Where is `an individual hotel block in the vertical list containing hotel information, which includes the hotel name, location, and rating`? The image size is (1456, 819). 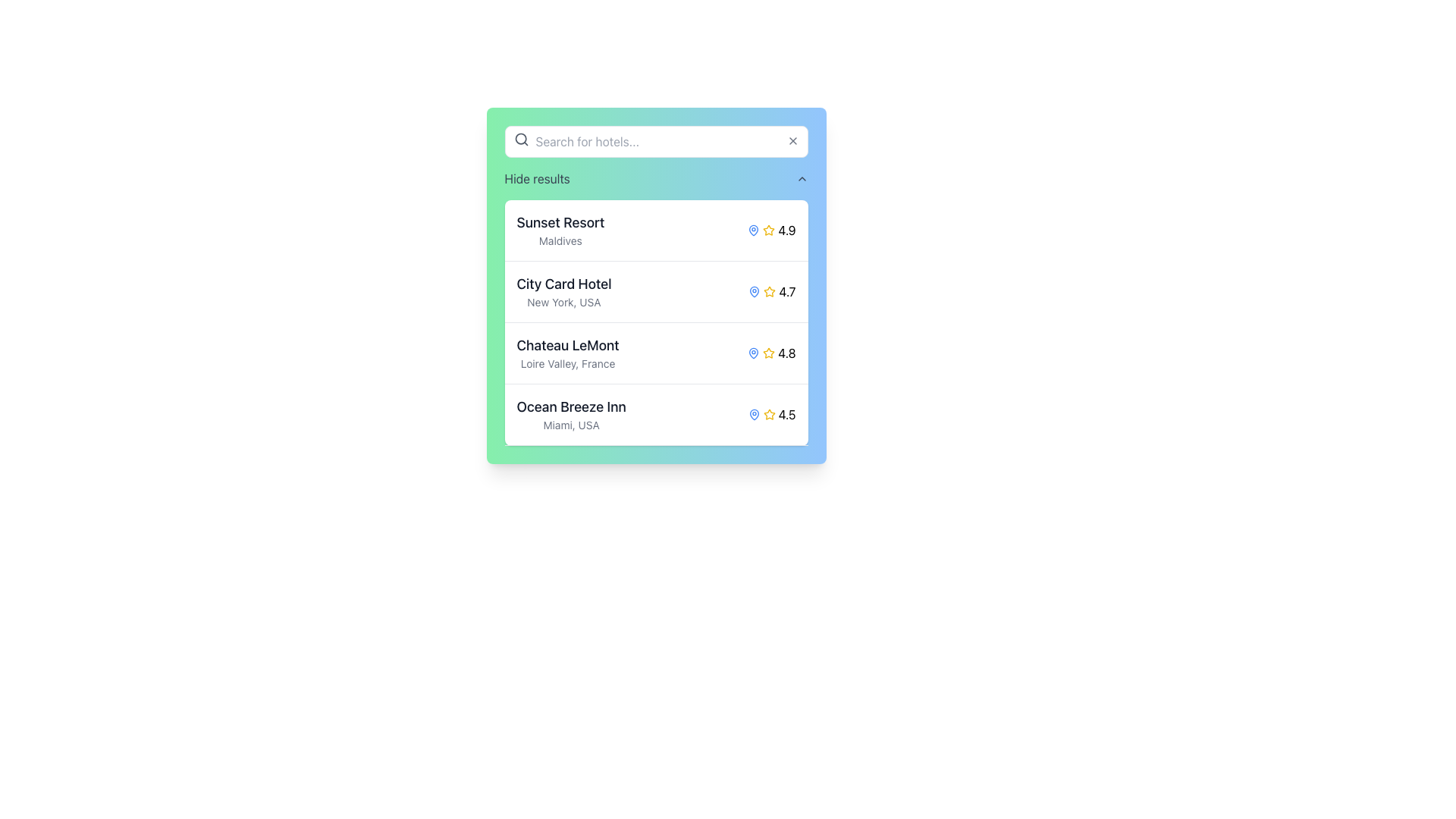 an individual hotel block in the vertical list containing hotel information, which includes the hotel name, location, and rating is located at coordinates (656, 322).